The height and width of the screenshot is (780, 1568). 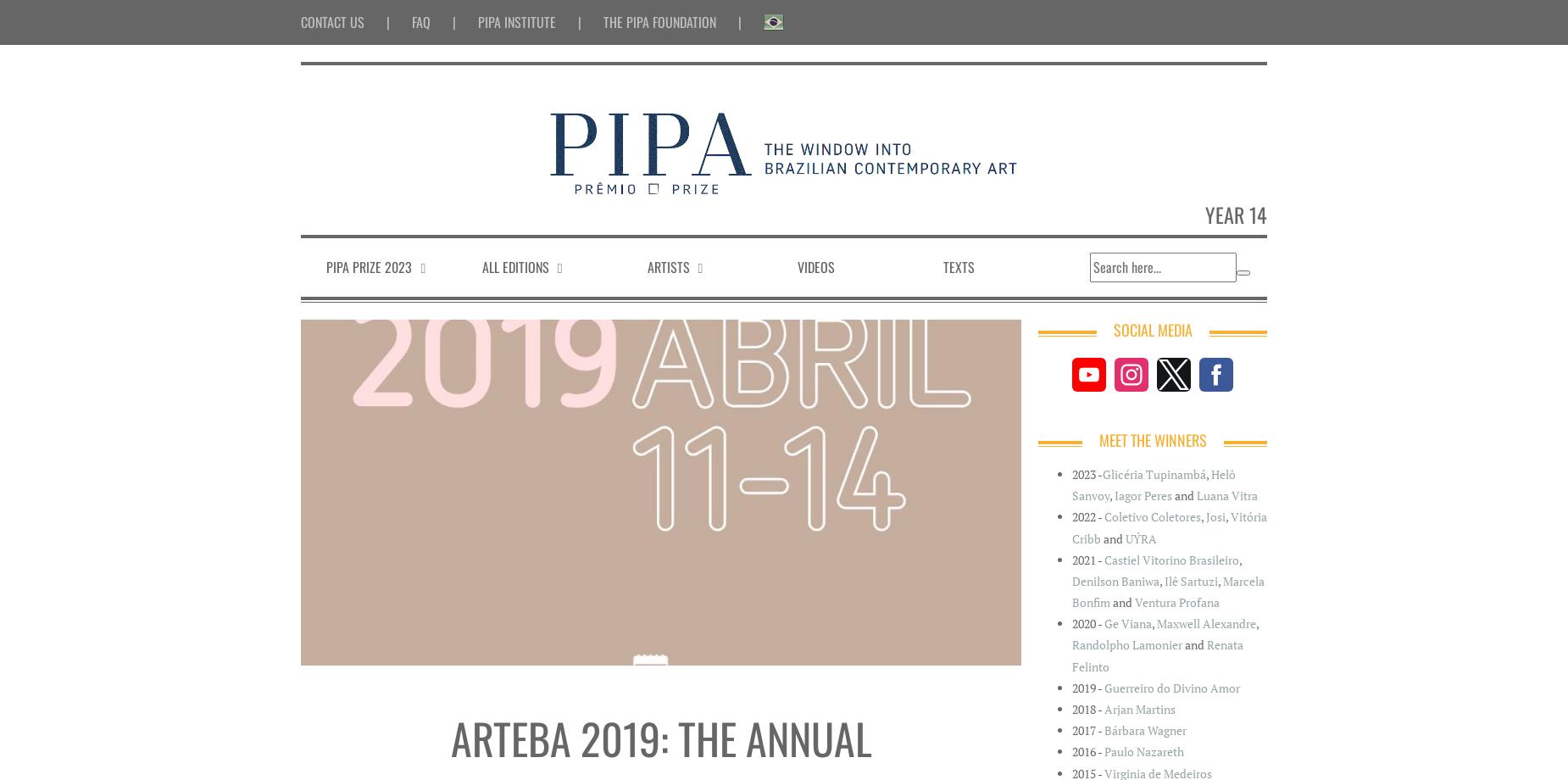 What do you see at coordinates (1140, 537) in the screenshot?
I see `'UÝRA'` at bounding box center [1140, 537].